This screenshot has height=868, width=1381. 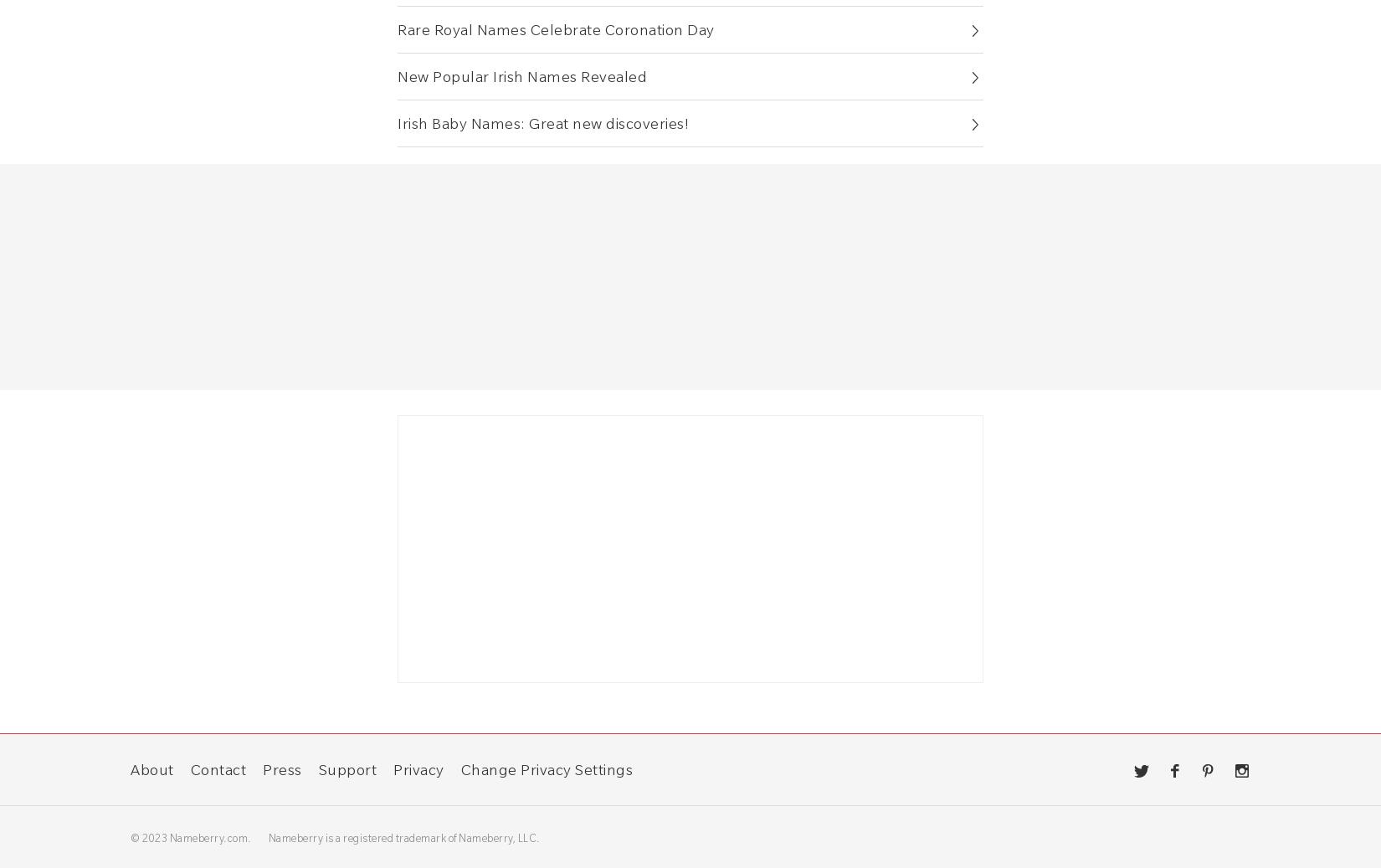 I want to click on 'Press', so click(x=281, y=768).